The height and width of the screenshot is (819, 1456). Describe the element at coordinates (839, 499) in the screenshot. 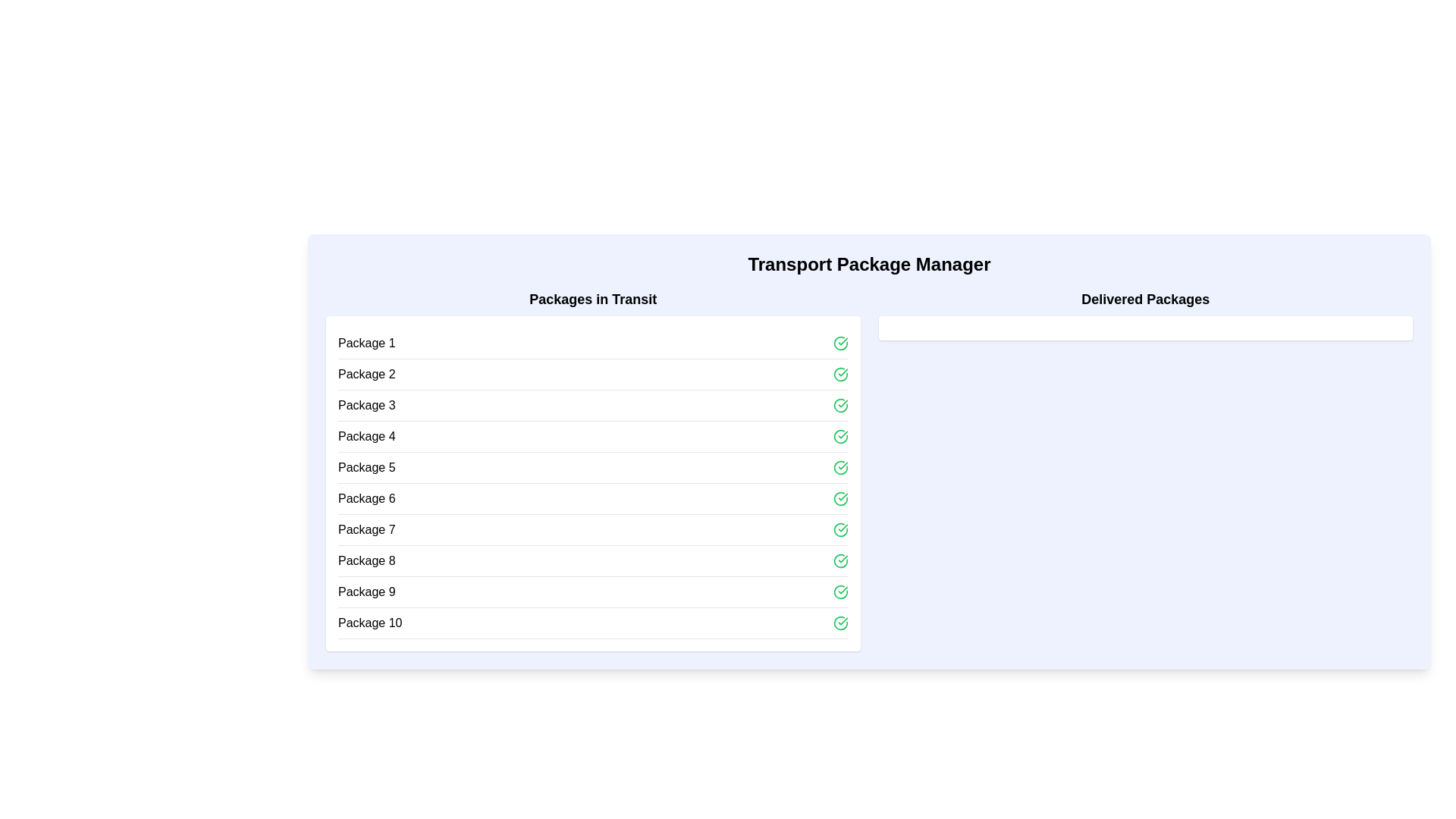

I see `the vector graphic indicating the status of the 'Package 8' entry in the 'Packages in Transit' section` at that location.